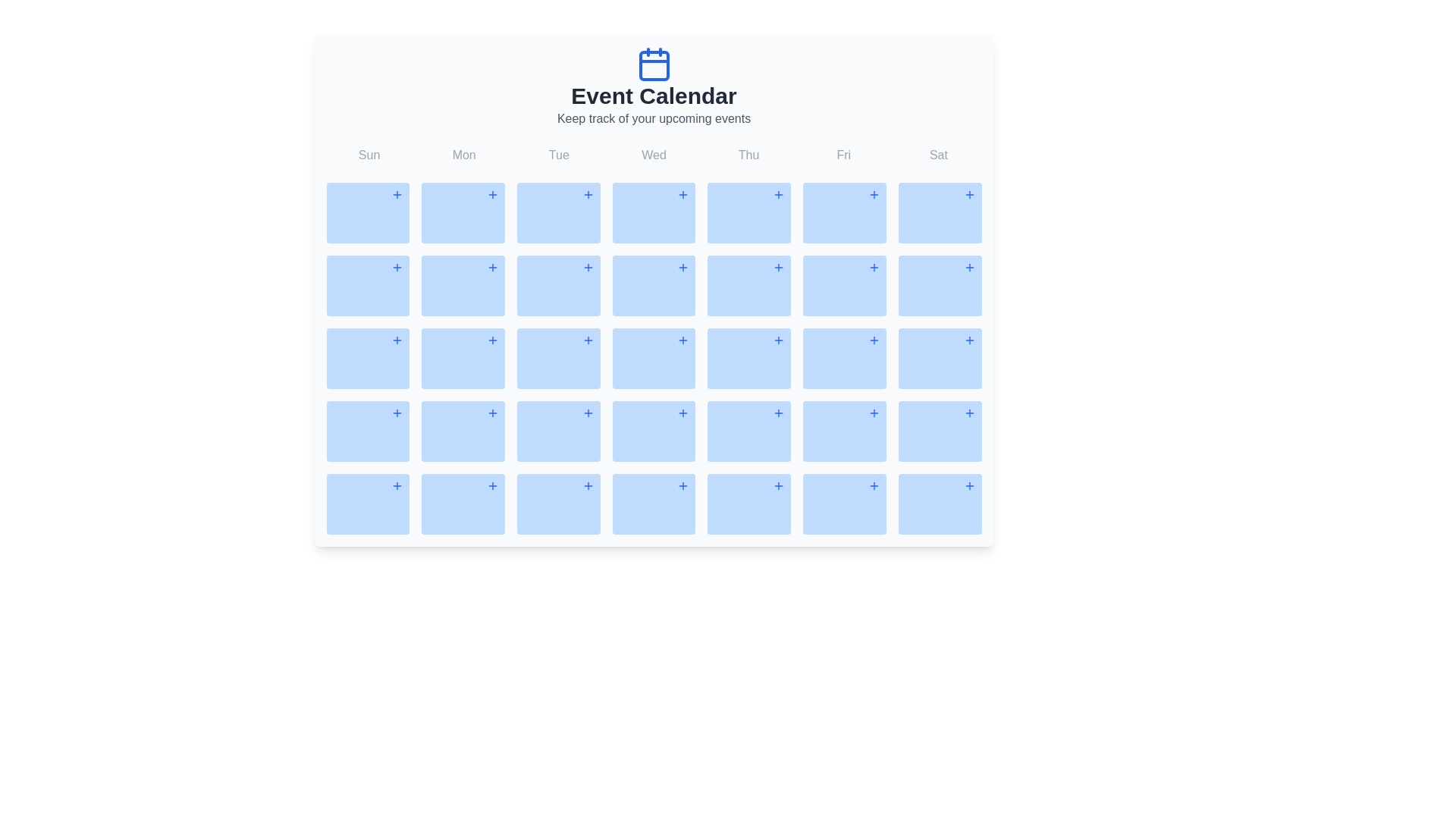 This screenshot has height=819, width=1456. I want to click on the calendar grid cell representing Thursday, so click(749, 213).